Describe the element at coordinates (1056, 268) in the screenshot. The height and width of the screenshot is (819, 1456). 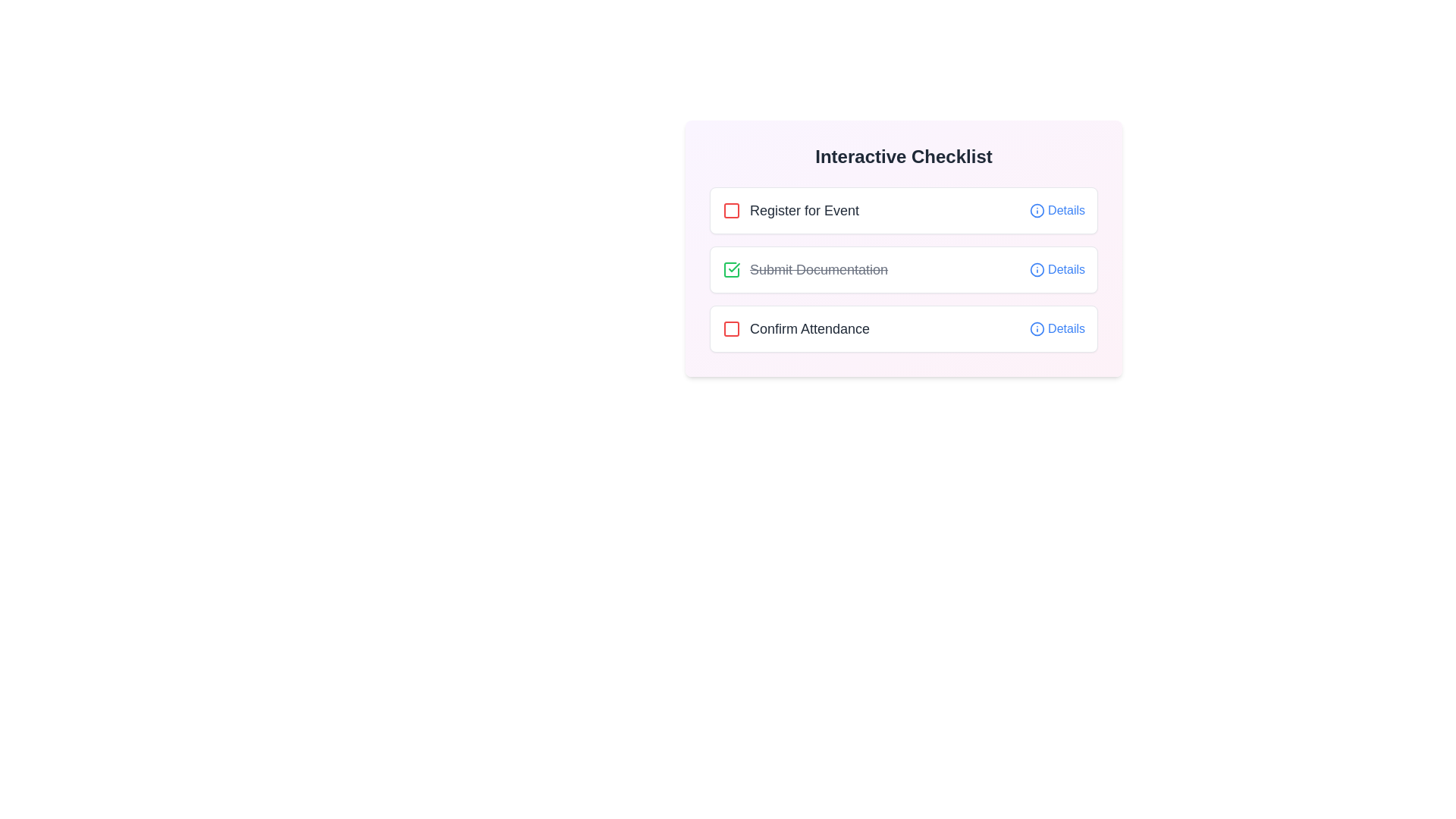
I see `the clickable text with an icon associated with the 'Submit Documentation' task in the Interactive Checklist` at that location.